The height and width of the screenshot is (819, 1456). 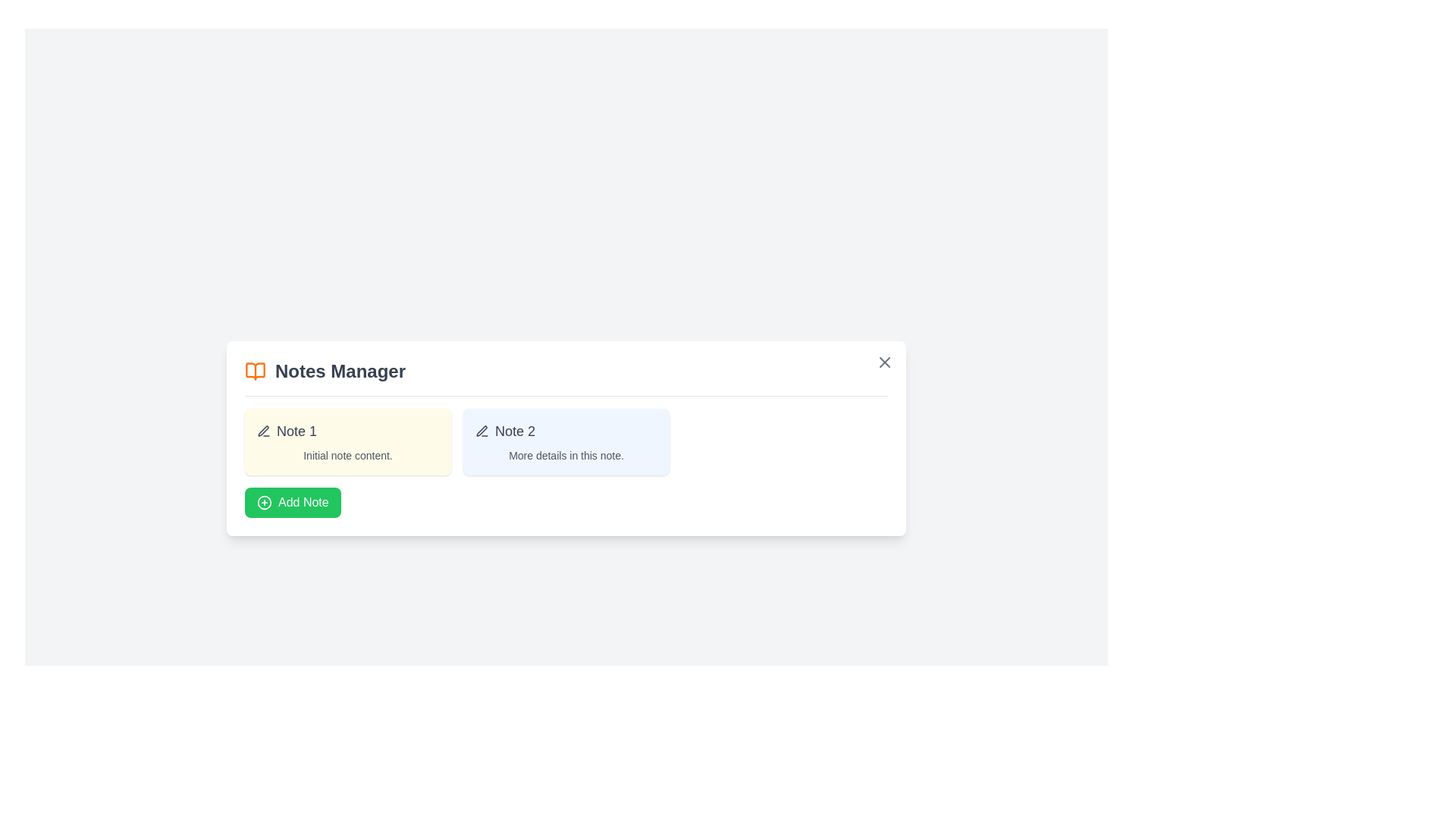 I want to click on the title or icon of a note to open it for editing. Use the parameter Note 2 to specify the note to interact with, so click(x=566, y=431).